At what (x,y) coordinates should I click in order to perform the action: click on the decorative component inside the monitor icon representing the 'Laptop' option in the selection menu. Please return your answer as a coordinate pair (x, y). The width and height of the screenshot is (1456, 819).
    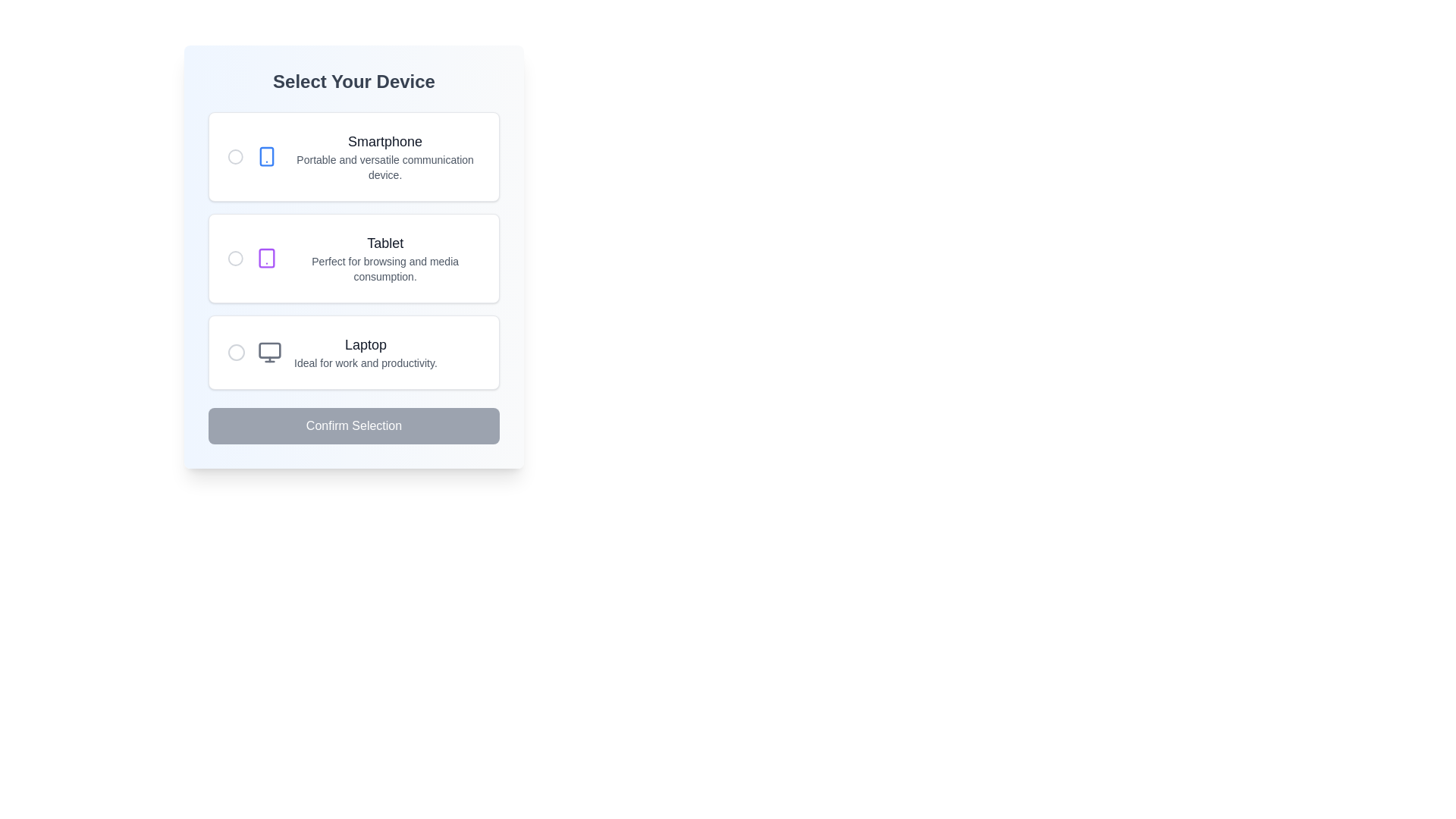
    Looking at the image, I should click on (269, 350).